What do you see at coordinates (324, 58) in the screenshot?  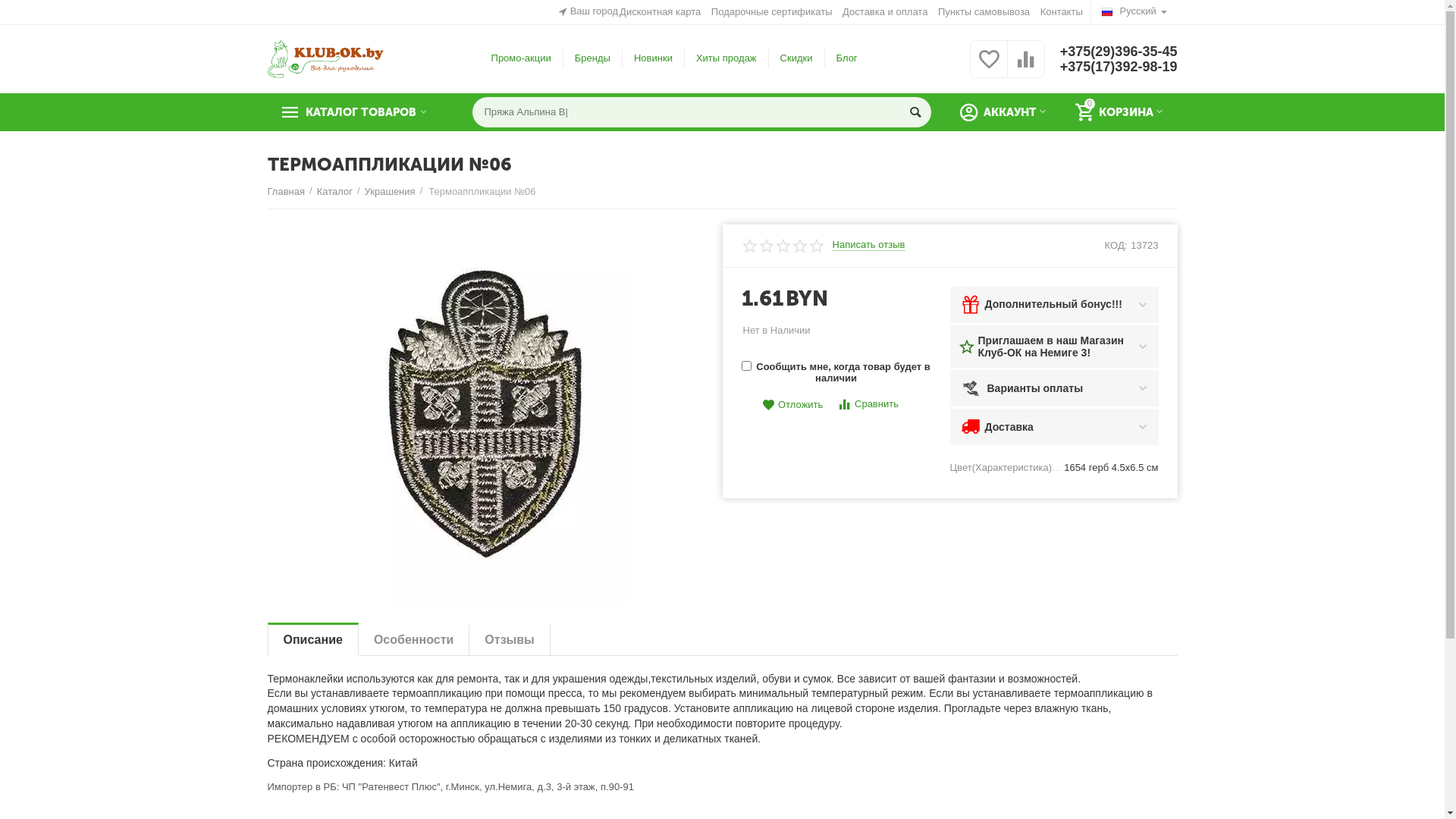 I see `'Klub-ok.by'` at bounding box center [324, 58].